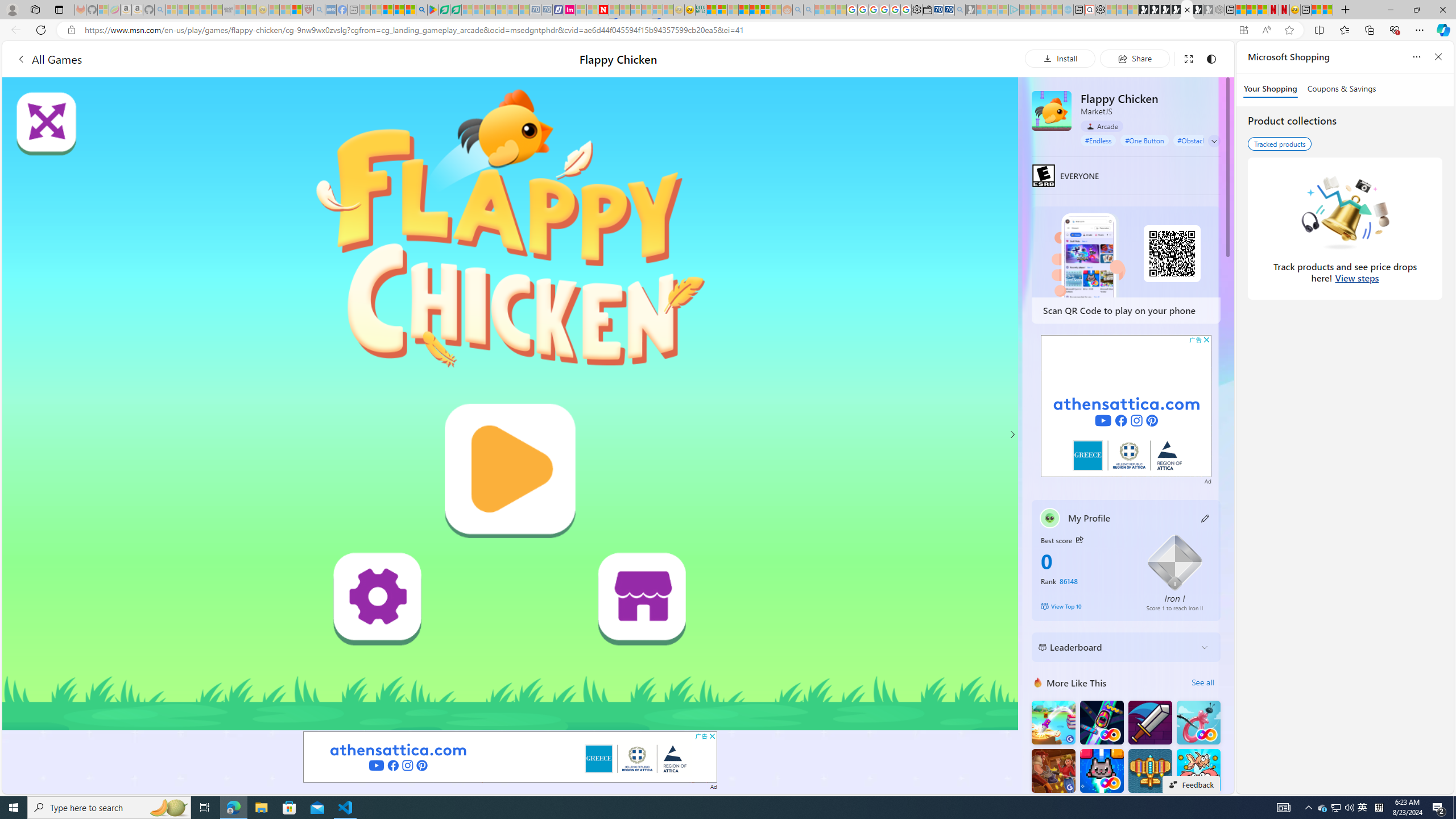  I want to click on 'AutomationID: cbb', so click(1206, 340).